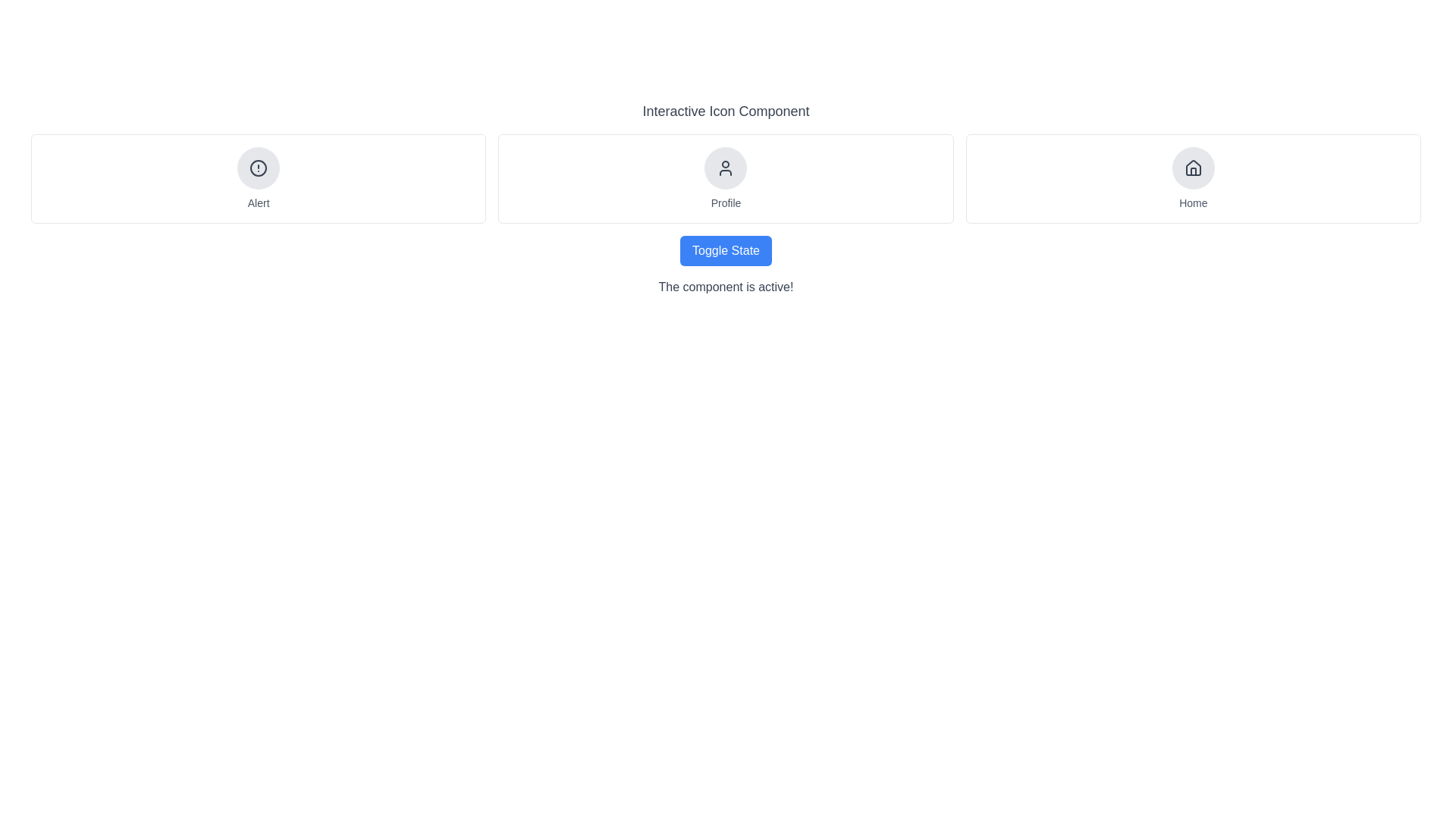 The height and width of the screenshot is (819, 1456). Describe the element at coordinates (1192, 168) in the screenshot. I see `the circular gray Icon button with a dark gray house icon located at the bottom-right corner of the 'Home' section` at that location.